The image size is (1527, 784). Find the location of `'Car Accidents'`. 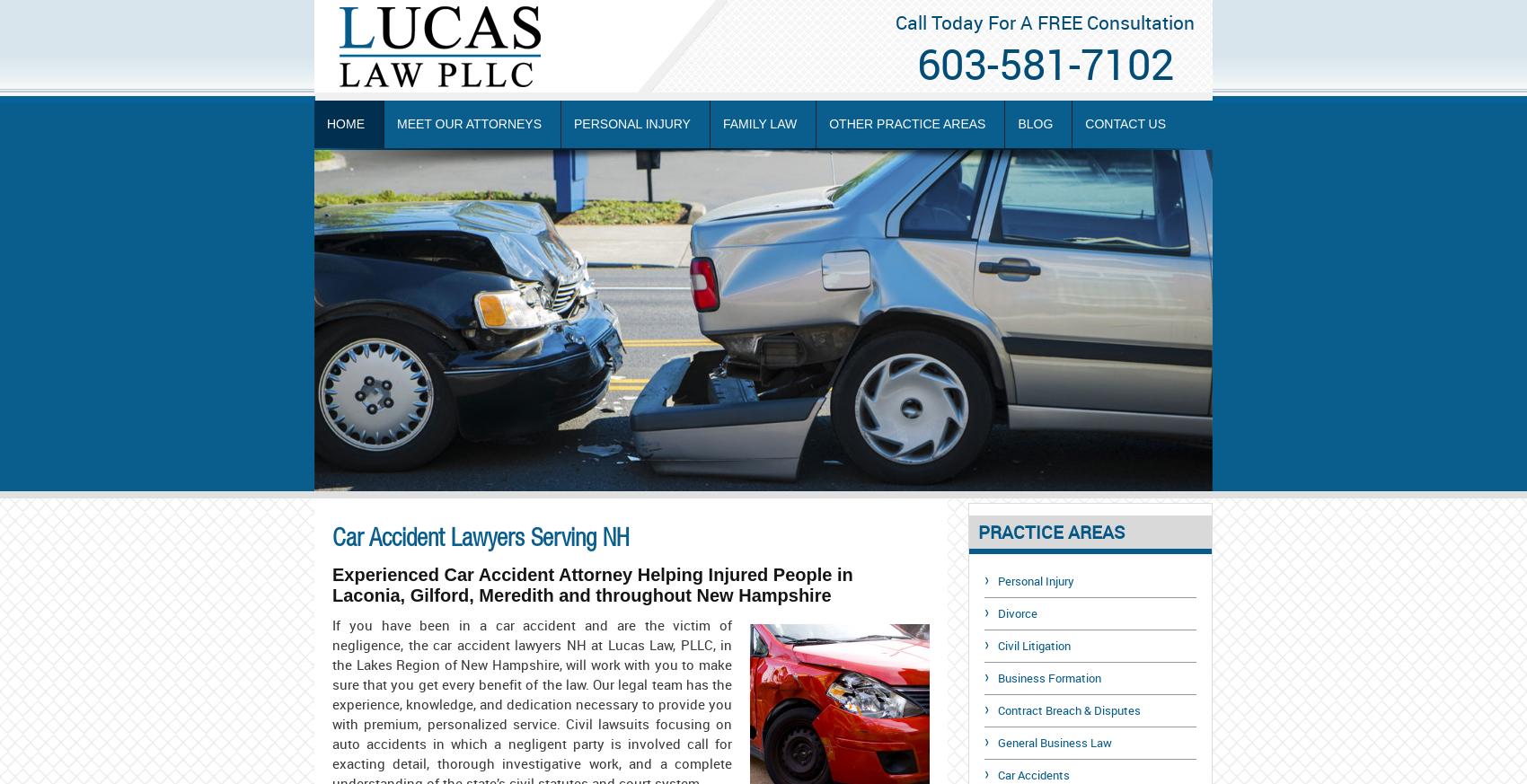

'Car Accidents' is located at coordinates (1034, 774).